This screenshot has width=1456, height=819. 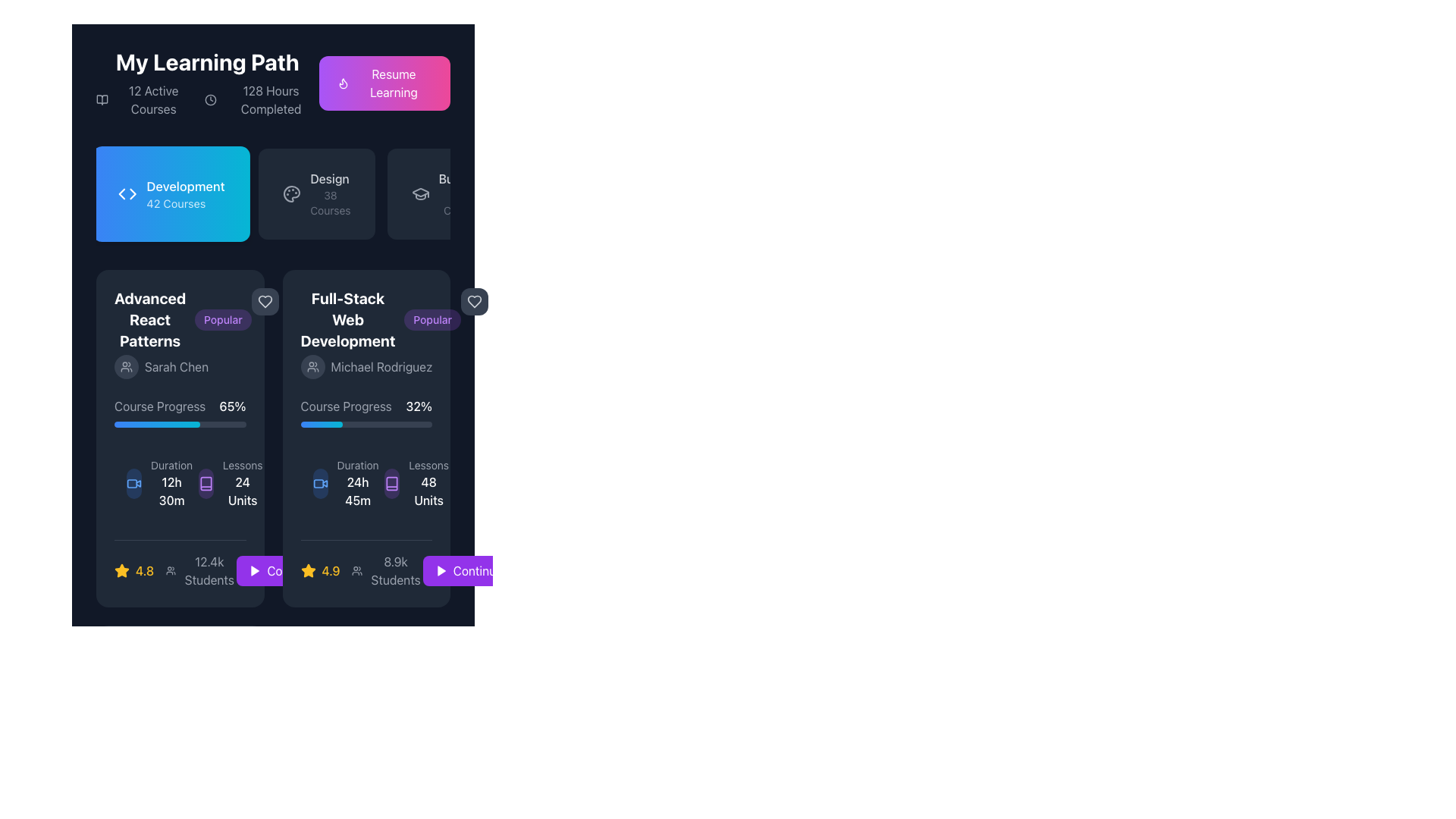 What do you see at coordinates (182, 366) in the screenshot?
I see `the label 'Sarah Chen' which is styled in light gray and contains a user silhouette icon, located within the 'Advanced React Patterns' card` at bounding box center [182, 366].